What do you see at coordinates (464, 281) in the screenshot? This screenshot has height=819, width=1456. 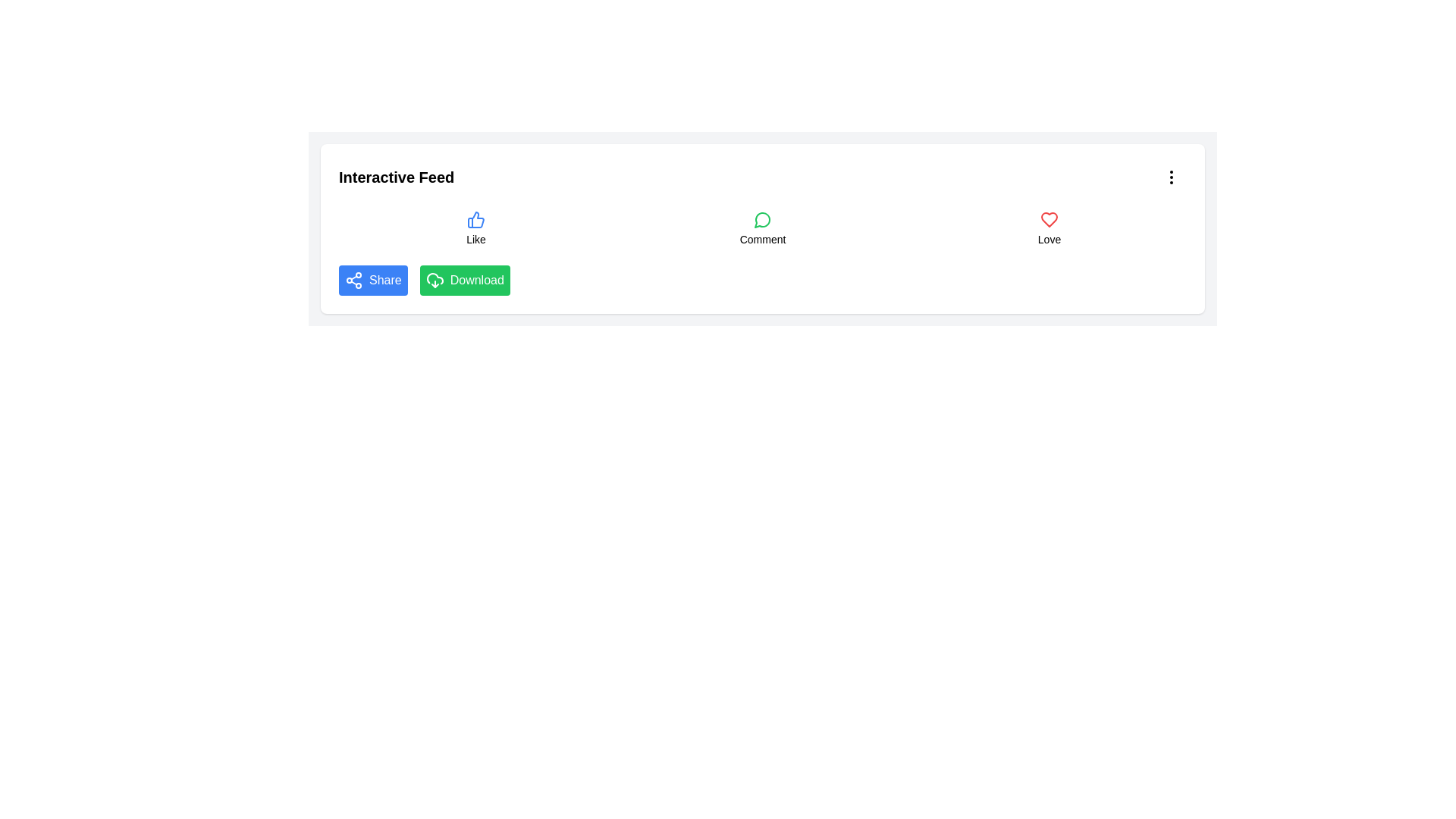 I see `the download button located to the right of the 'Share' button in the horizontal button group under 'Interactive Feed' to initiate the download` at bounding box center [464, 281].